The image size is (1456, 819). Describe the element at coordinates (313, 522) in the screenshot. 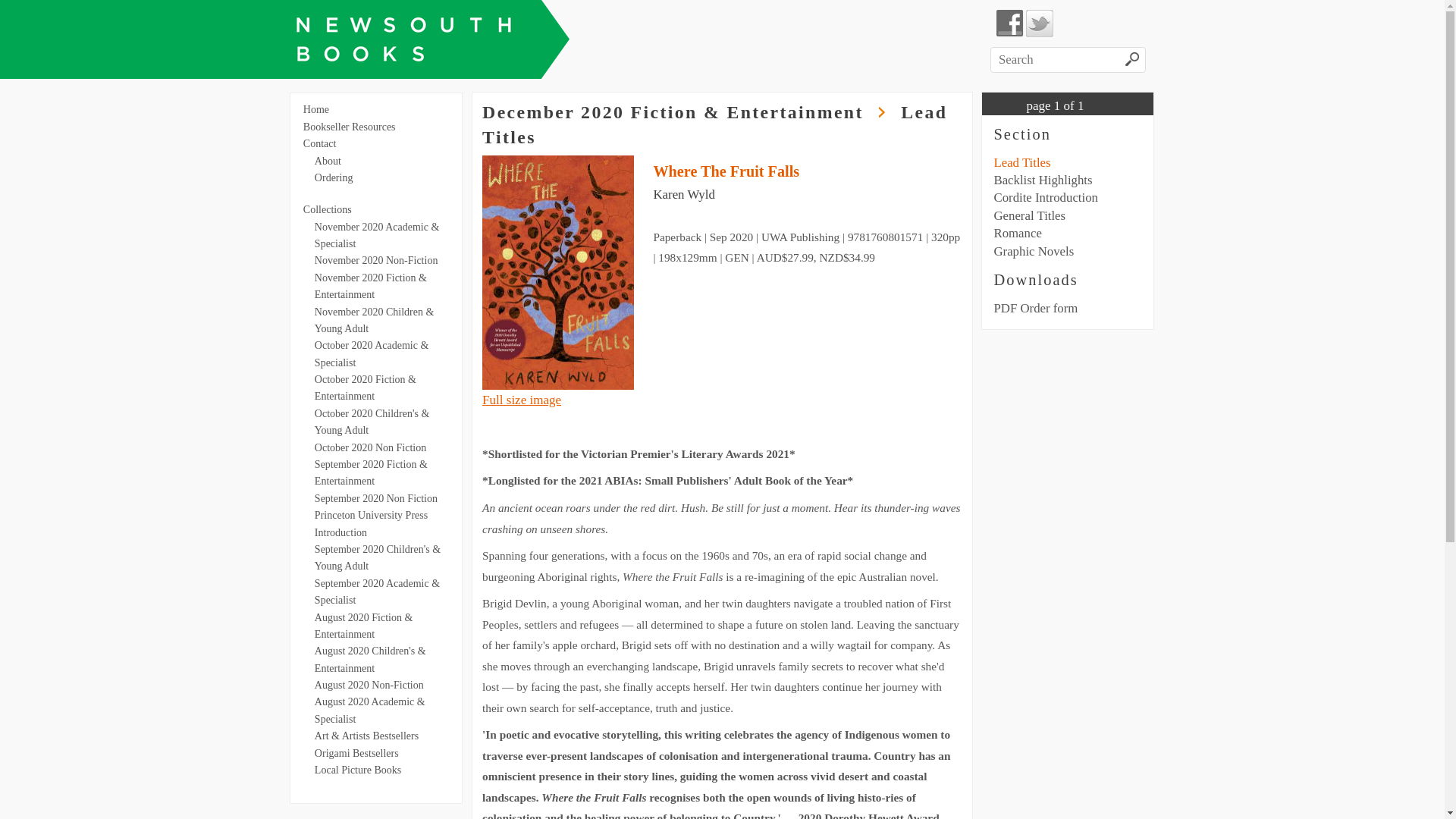

I see `'Princeton University Press Introduction'` at that location.